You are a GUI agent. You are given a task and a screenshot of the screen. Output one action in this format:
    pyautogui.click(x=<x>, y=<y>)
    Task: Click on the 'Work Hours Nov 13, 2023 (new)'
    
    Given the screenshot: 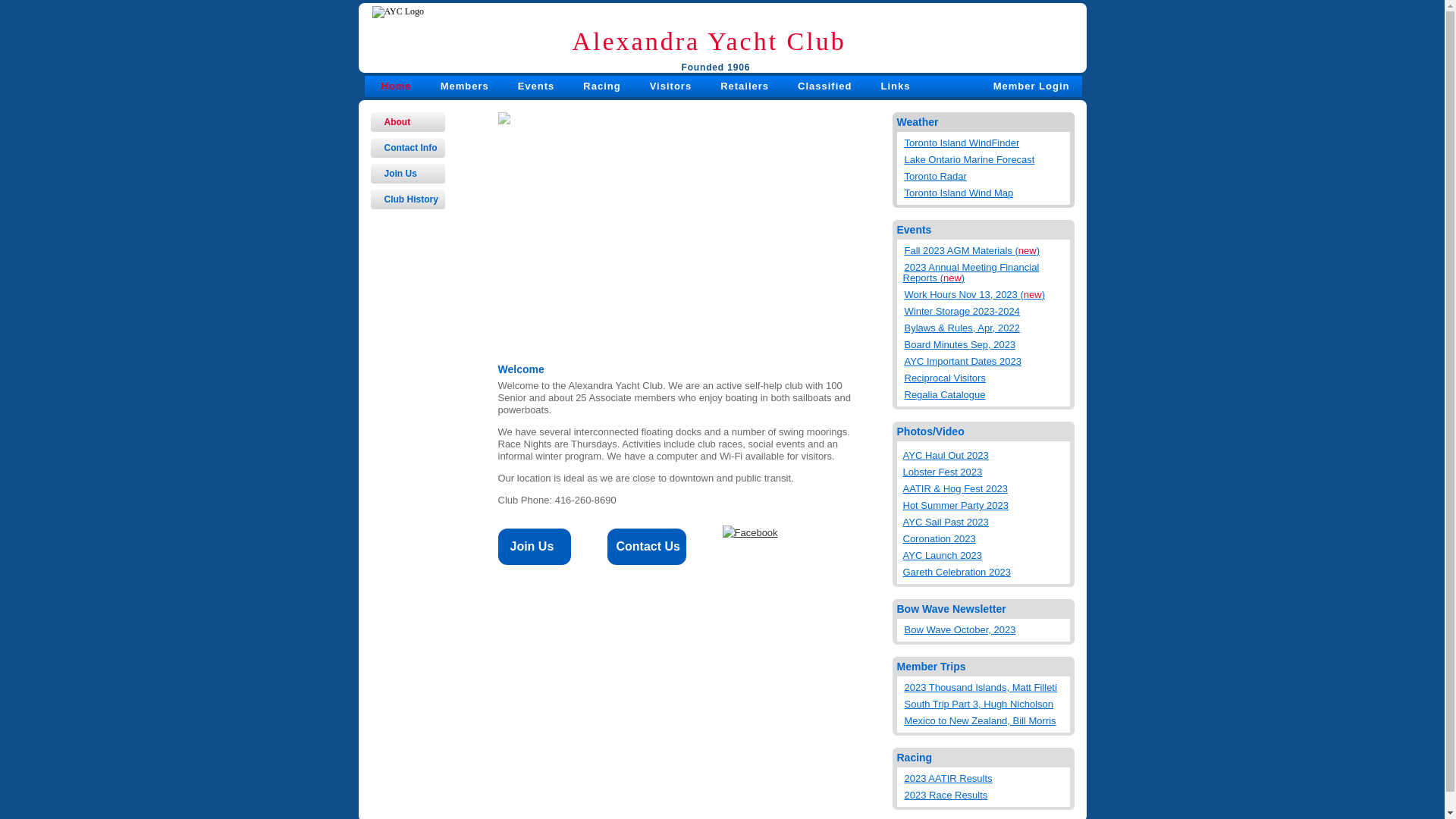 What is the action you would take?
    pyautogui.click(x=986, y=292)
    